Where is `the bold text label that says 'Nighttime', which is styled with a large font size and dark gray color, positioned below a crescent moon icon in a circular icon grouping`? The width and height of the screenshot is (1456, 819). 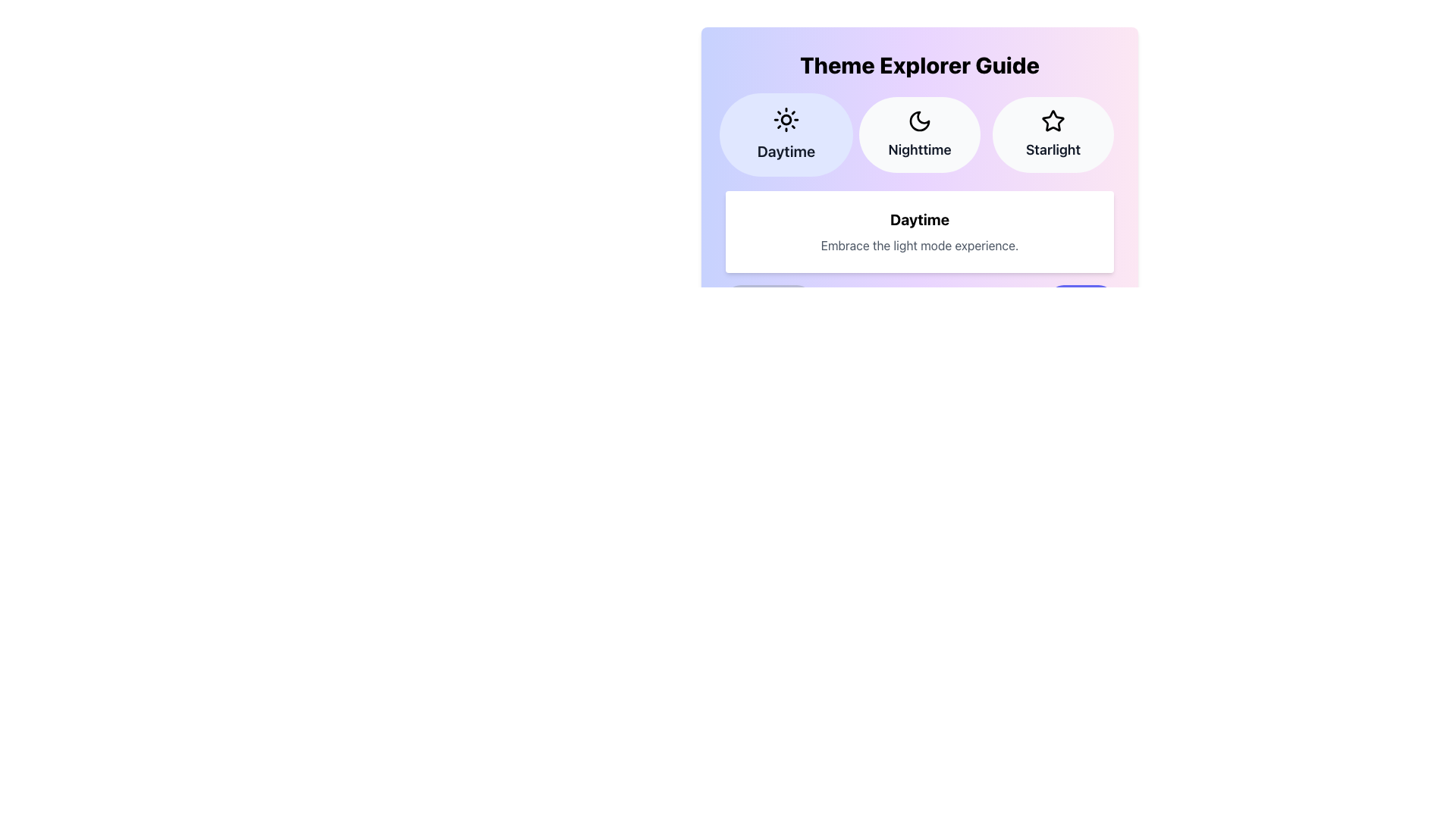 the bold text label that says 'Nighttime', which is styled with a large font size and dark gray color, positioned below a crescent moon icon in a circular icon grouping is located at coordinates (919, 149).